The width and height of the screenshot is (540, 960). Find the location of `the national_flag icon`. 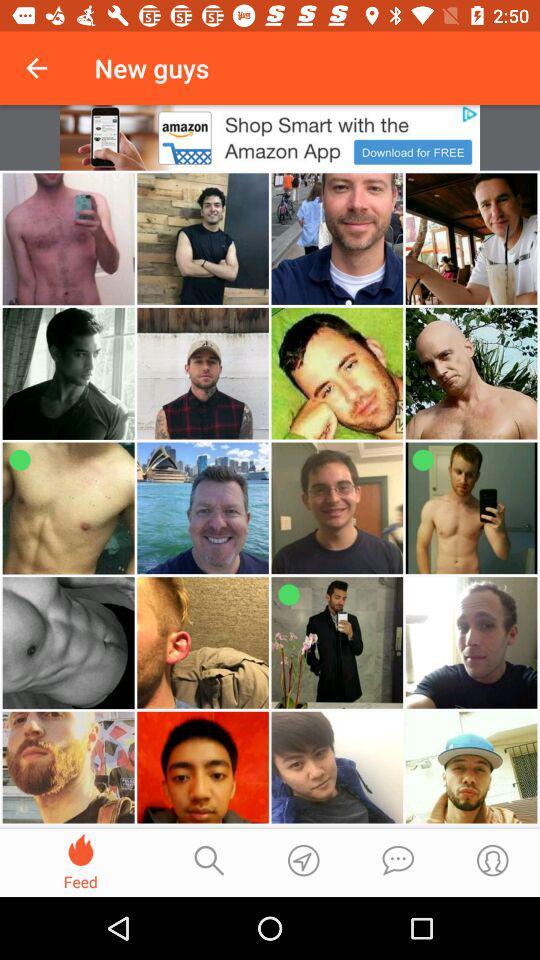

the national_flag icon is located at coordinates (36, 77).